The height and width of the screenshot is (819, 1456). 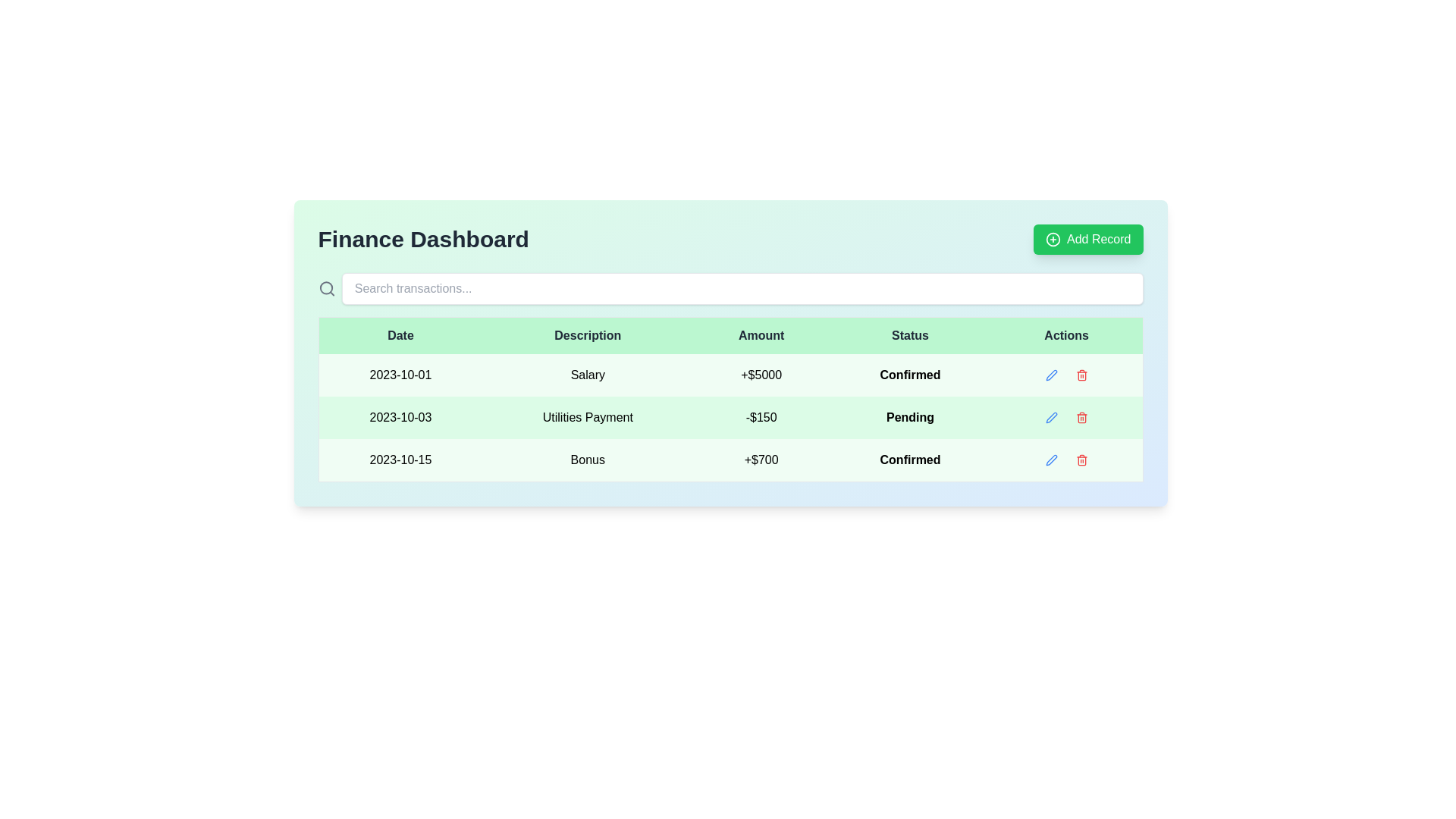 I want to click on the 'Utilities Payment' text label located in the second row of the transaction table, under the 'Description' column, between '2023-10-03' and '-$150', so click(x=587, y=418).